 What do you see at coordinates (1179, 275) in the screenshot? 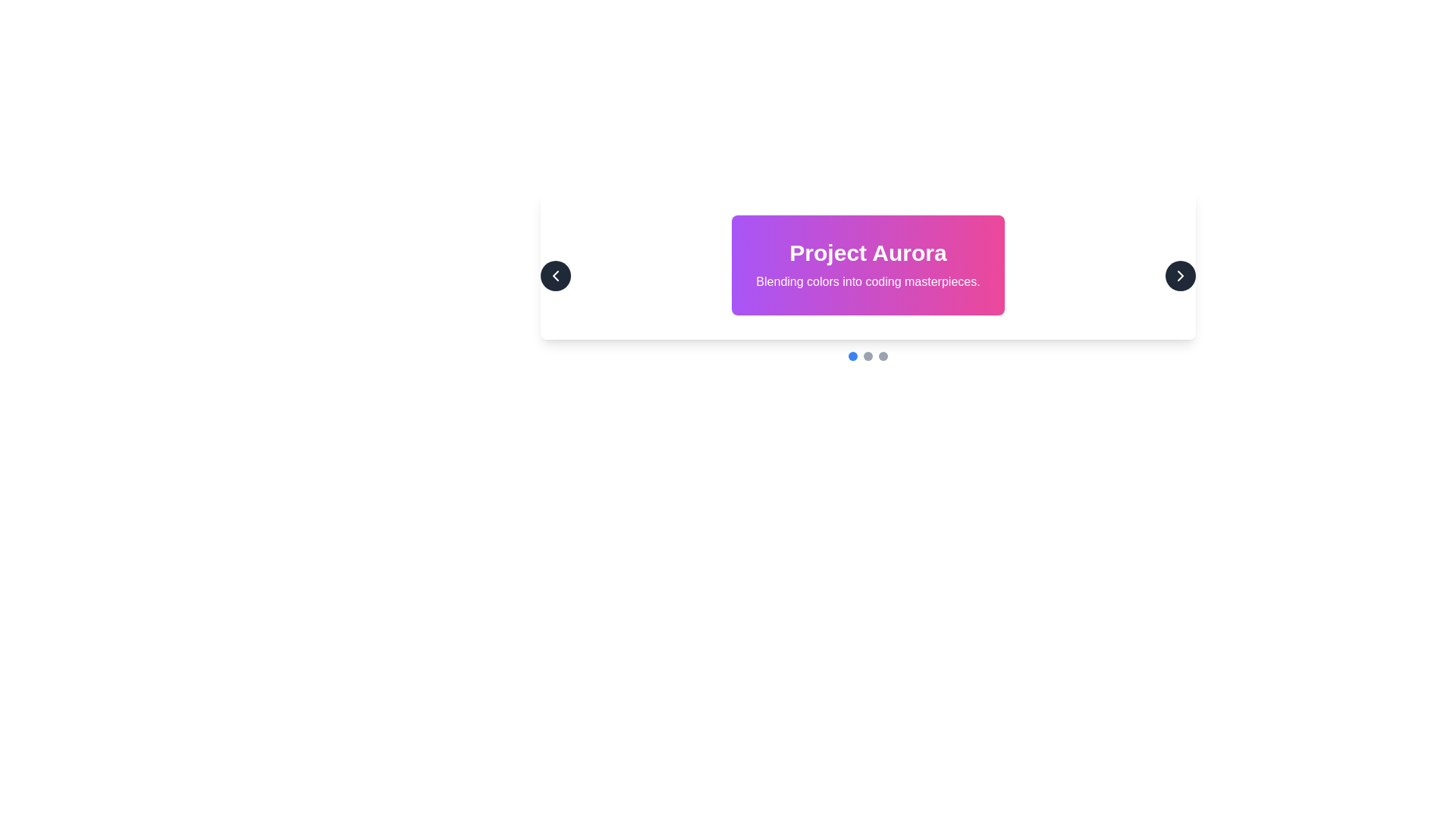
I see `the circular button with a dark gray background and a right-facing chevron` at bounding box center [1179, 275].